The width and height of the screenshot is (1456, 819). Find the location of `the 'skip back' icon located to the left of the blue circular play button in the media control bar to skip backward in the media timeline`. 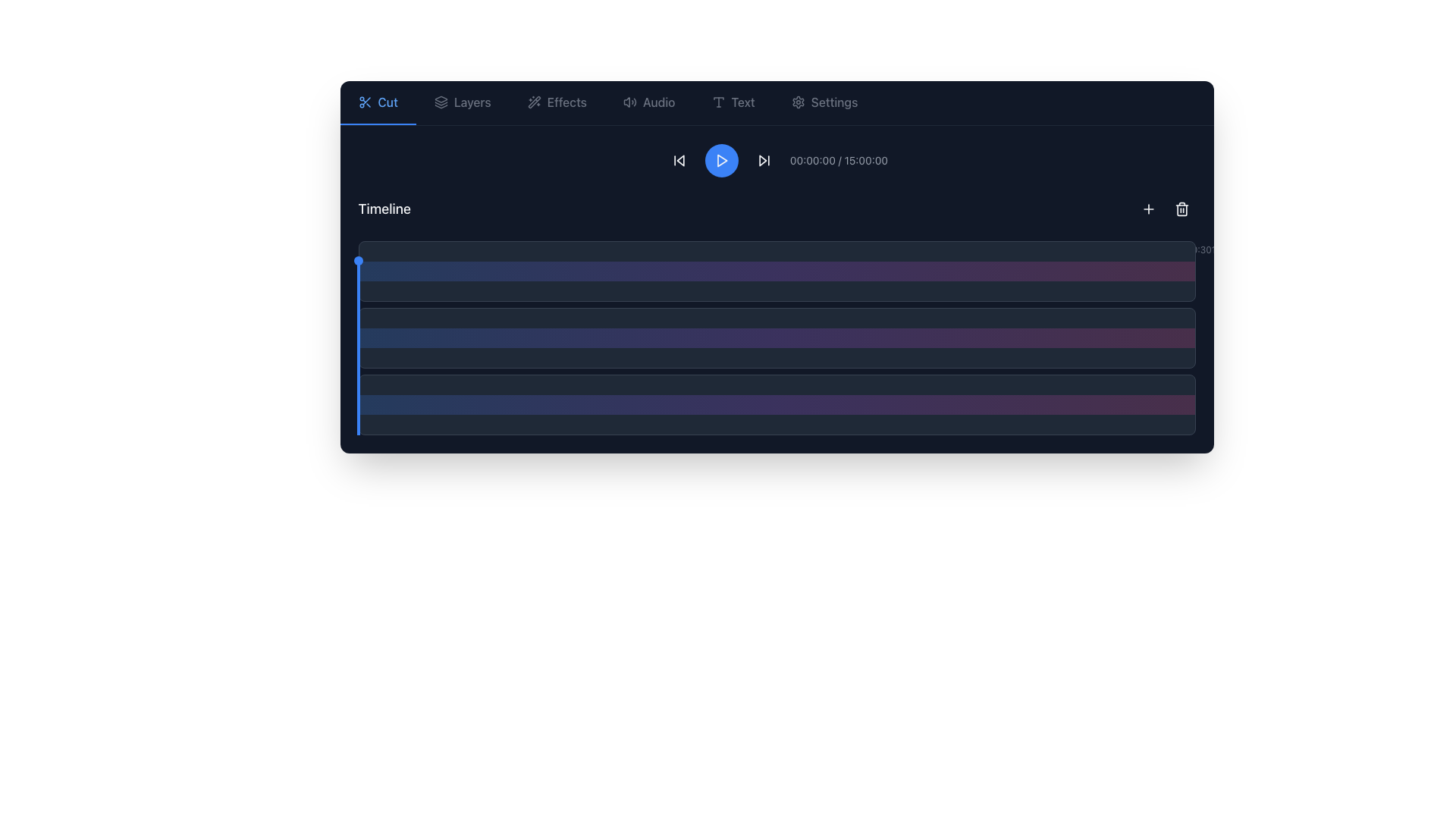

the 'skip back' icon located to the left of the blue circular play button in the media control bar to skip backward in the media timeline is located at coordinates (679, 161).